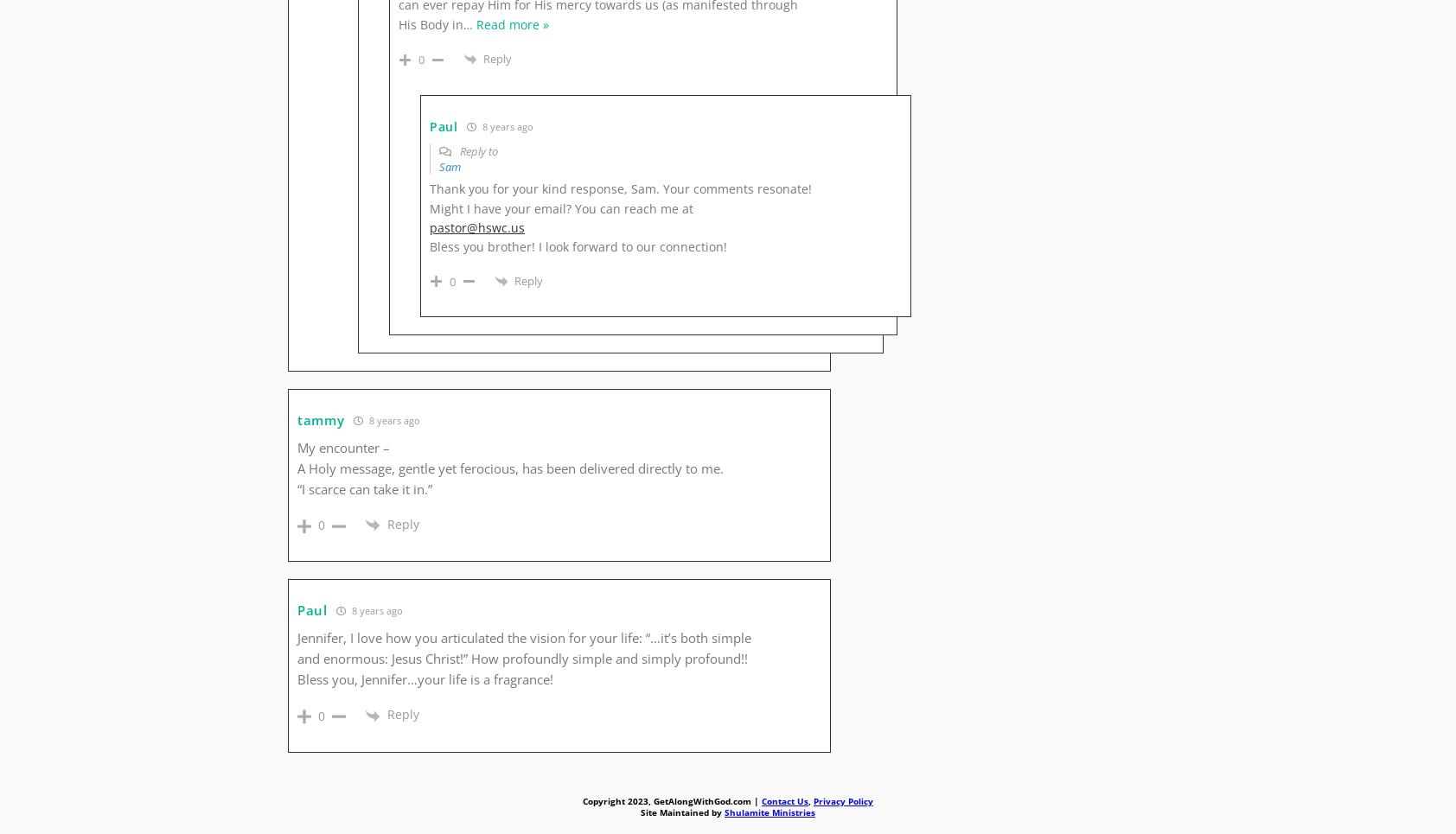 This screenshot has height=834, width=1456. I want to click on 'Jennifer, I love how you articulated the vision for your life: “…it’s both simple and enormous: Jesus Christ!”  How profoundly simple and simply profound!!  Bless you, Jennifer…your life is a fragrance!', so click(523, 657).